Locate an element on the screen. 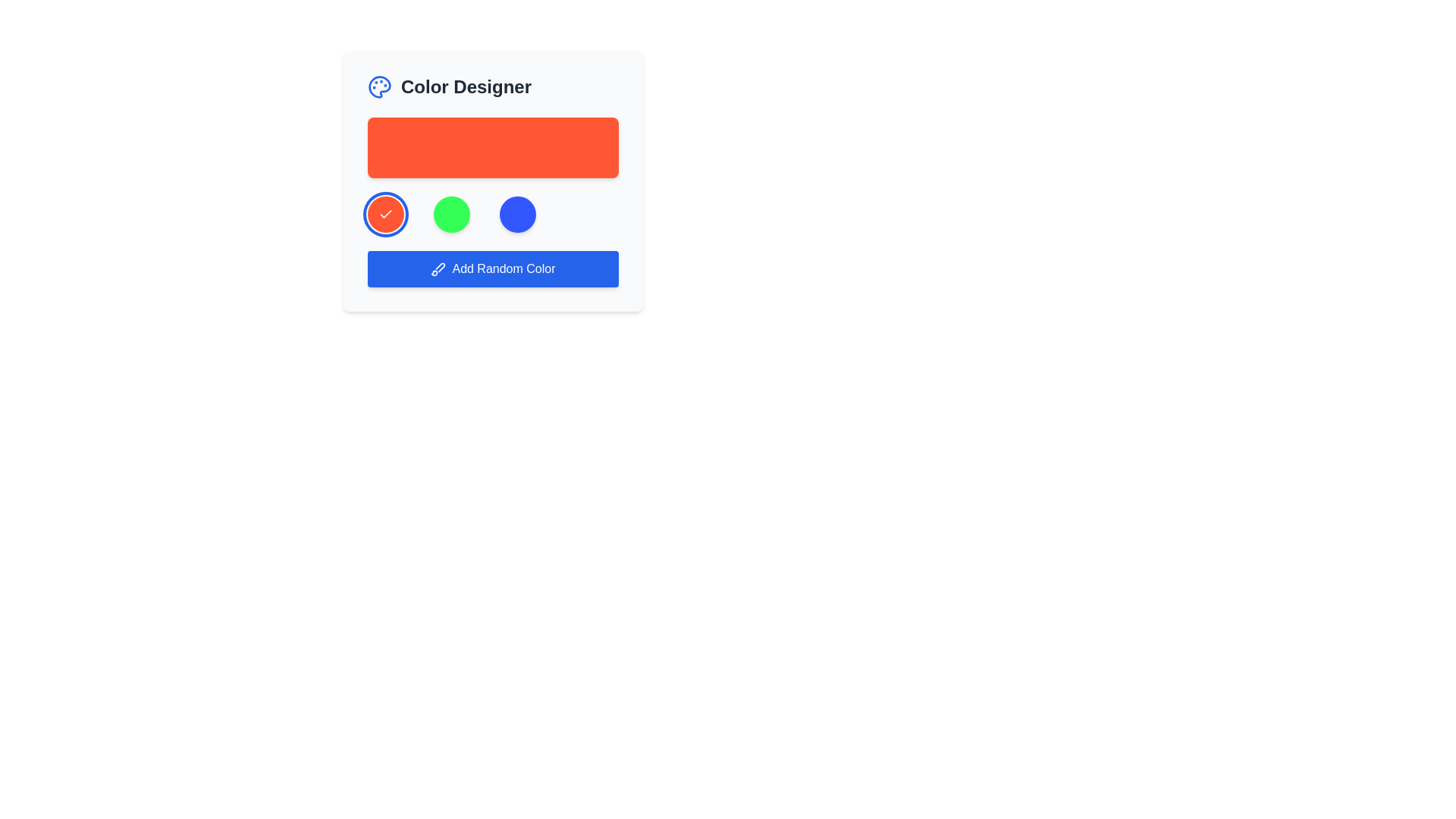 The width and height of the screenshot is (1456, 819). the Header element for the card component, which includes an icon is located at coordinates (493, 87).